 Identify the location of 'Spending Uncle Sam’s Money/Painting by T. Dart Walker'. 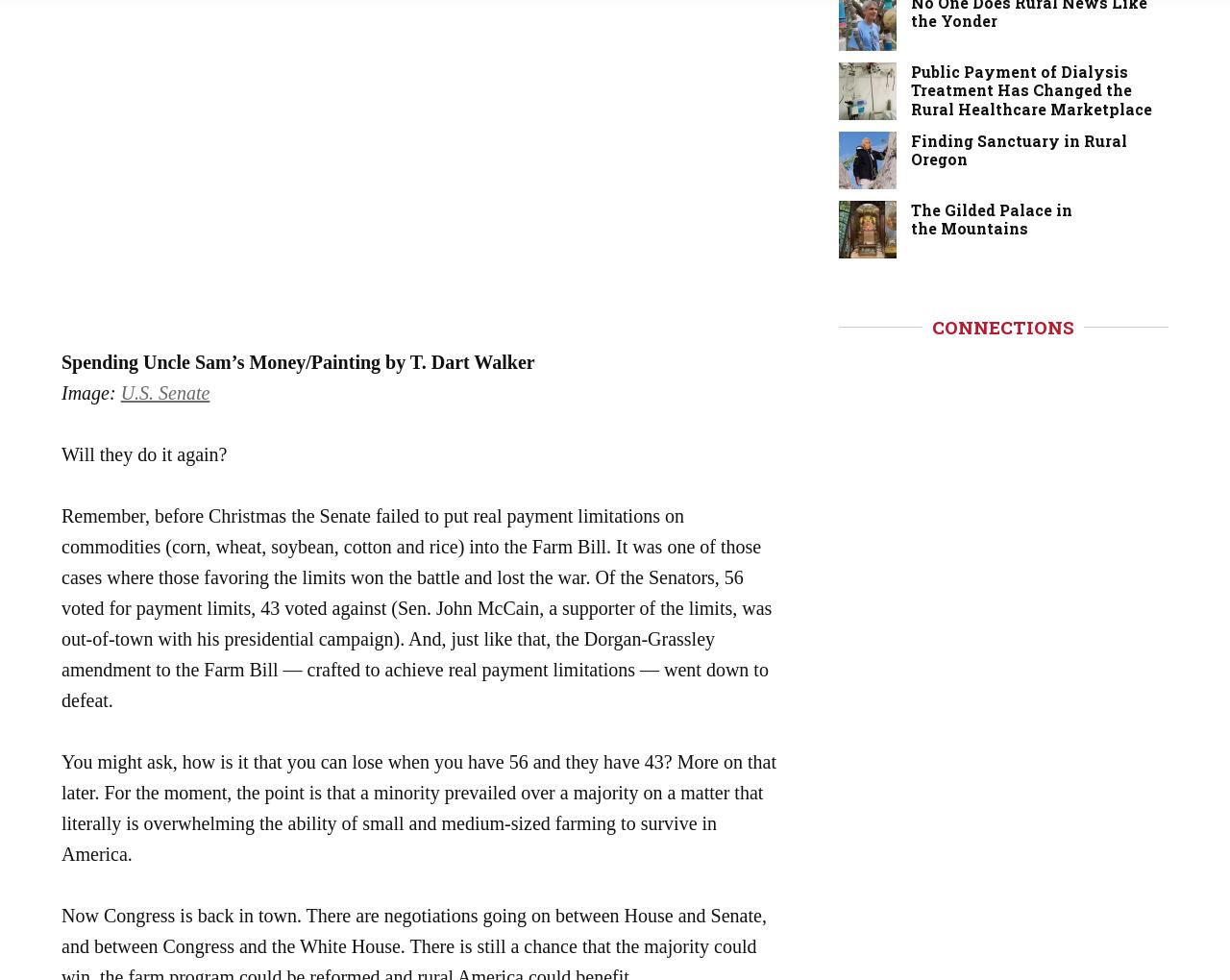
(297, 359).